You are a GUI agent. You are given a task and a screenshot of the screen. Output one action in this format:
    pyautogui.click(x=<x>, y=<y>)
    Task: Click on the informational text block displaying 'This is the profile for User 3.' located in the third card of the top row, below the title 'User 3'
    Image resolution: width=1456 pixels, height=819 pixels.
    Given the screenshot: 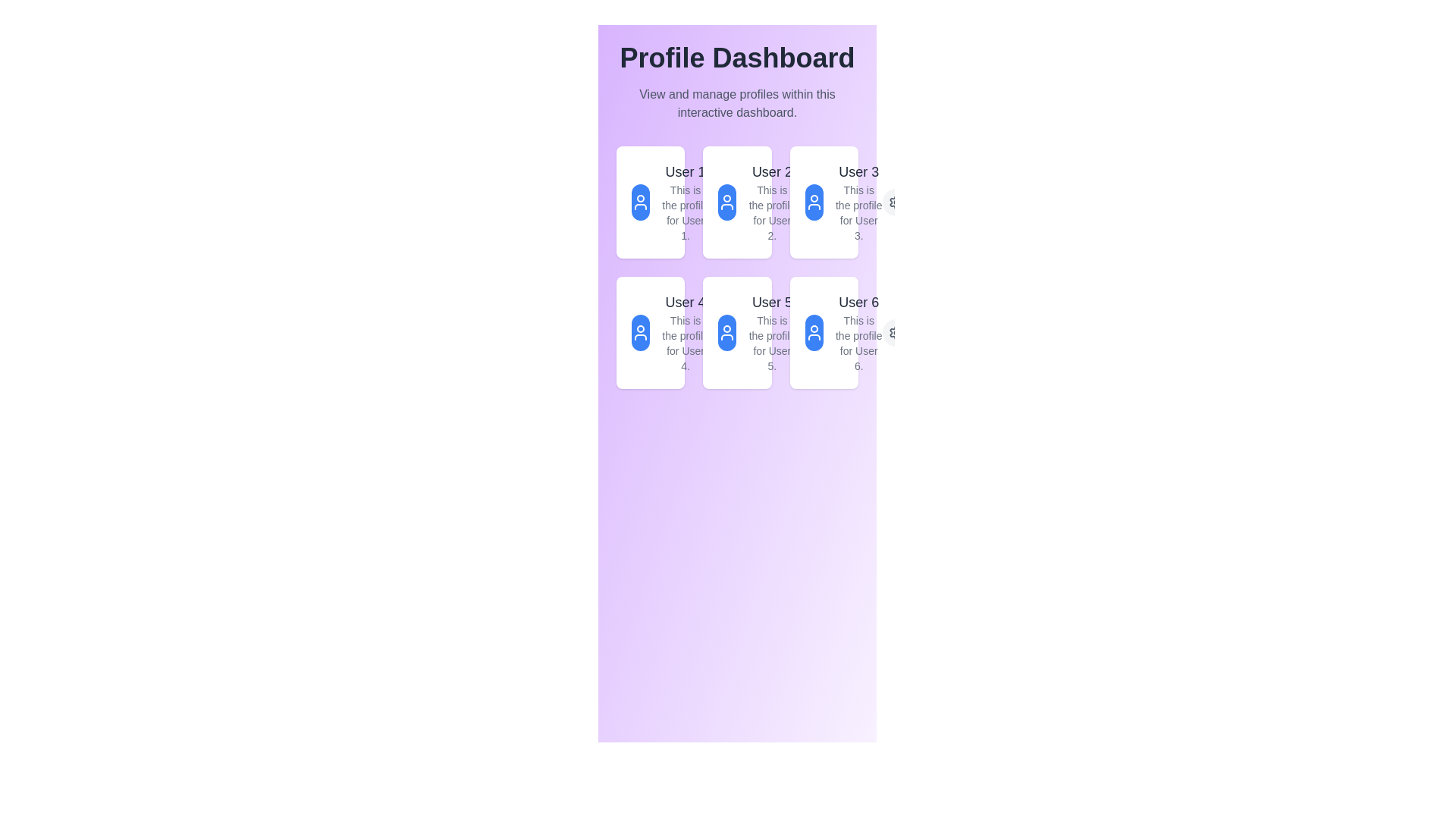 What is the action you would take?
    pyautogui.click(x=858, y=213)
    